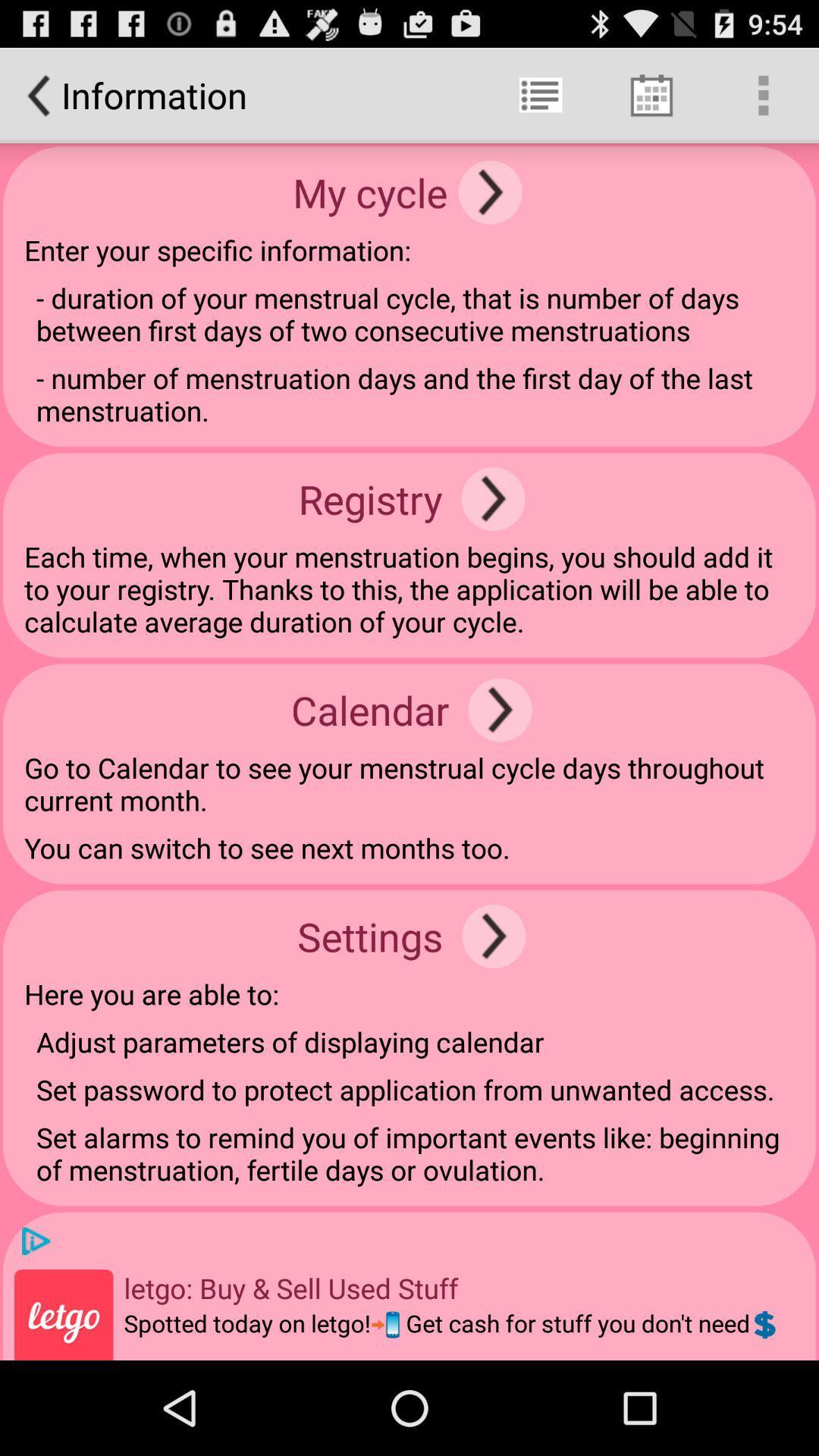  What do you see at coordinates (493, 499) in the screenshot?
I see `app below the number of menstruation app` at bounding box center [493, 499].